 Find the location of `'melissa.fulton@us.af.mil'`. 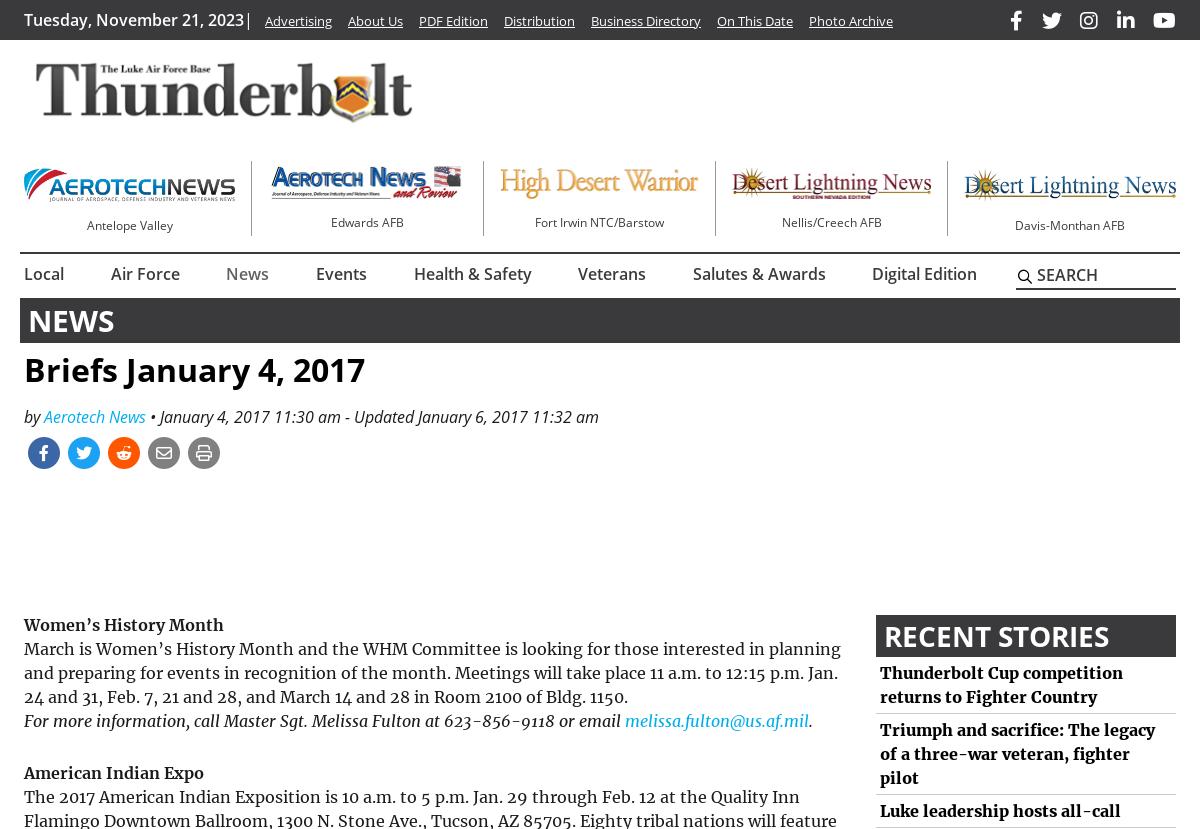

'melissa.fulton@us.af.mil' is located at coordinates (717, 719).